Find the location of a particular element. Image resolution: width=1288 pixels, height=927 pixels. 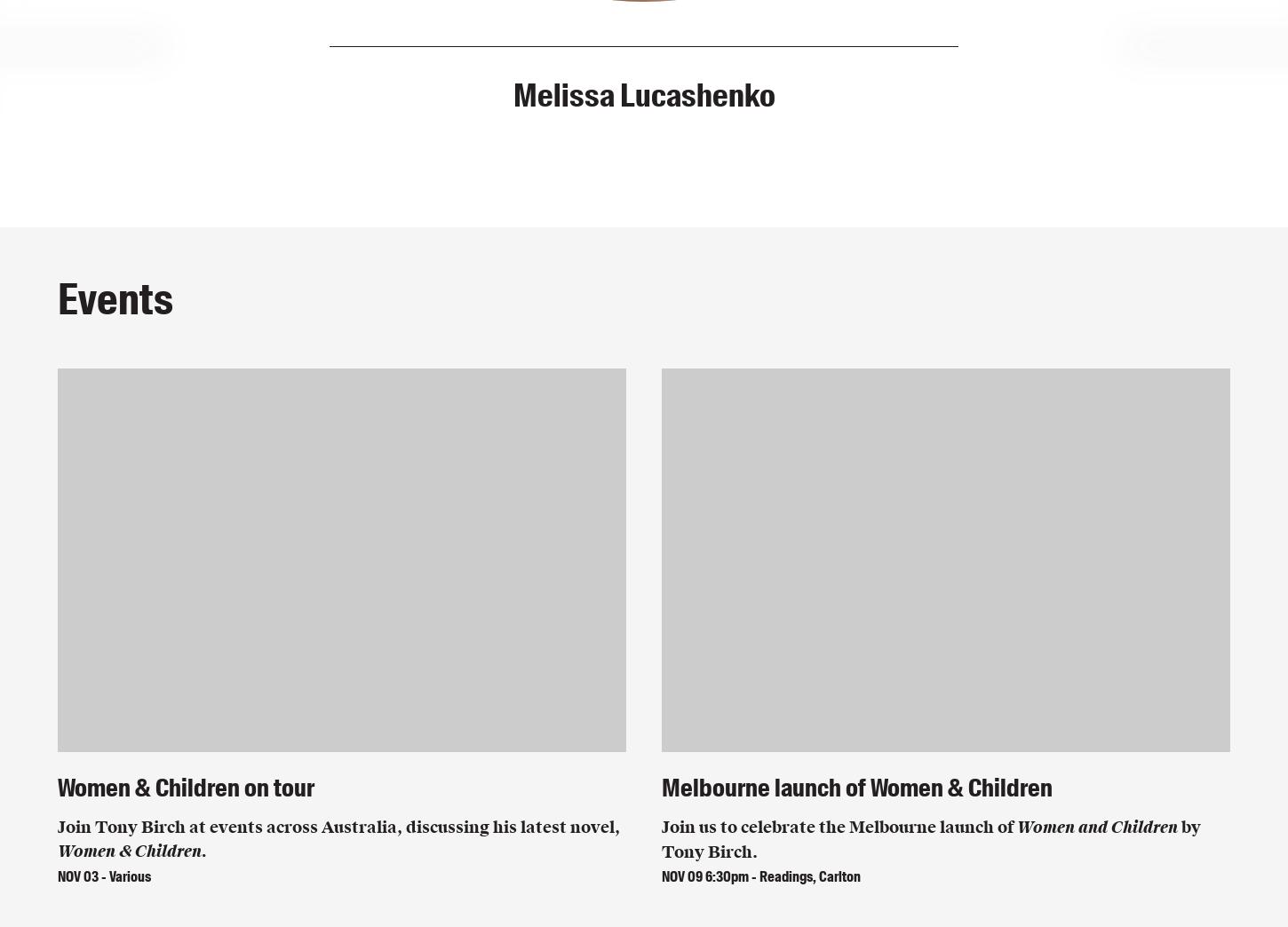

'Melbourne launch of Women & Children' is located at coordinates (855, 787).